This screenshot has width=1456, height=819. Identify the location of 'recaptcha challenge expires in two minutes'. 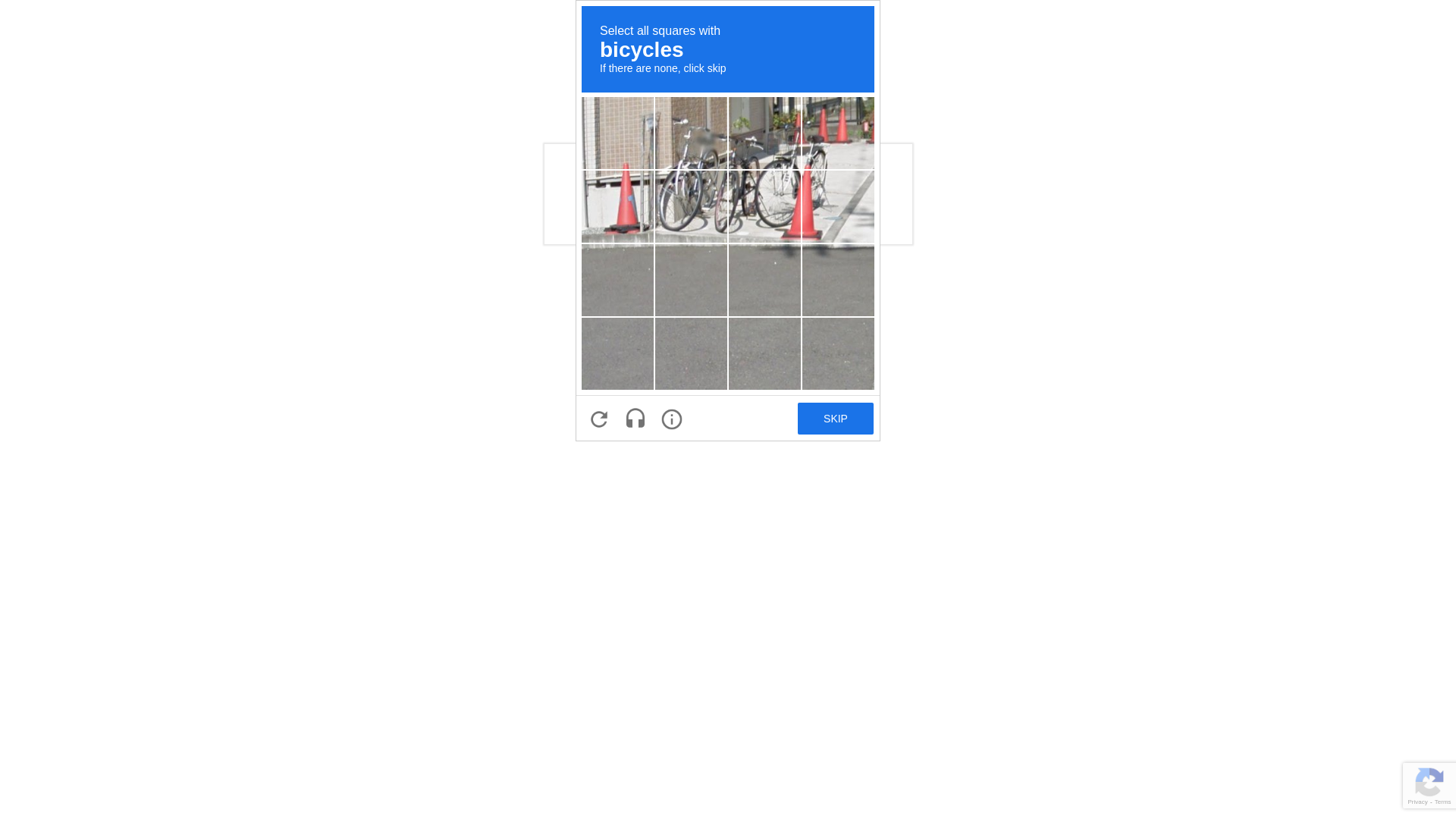
(728, 220).